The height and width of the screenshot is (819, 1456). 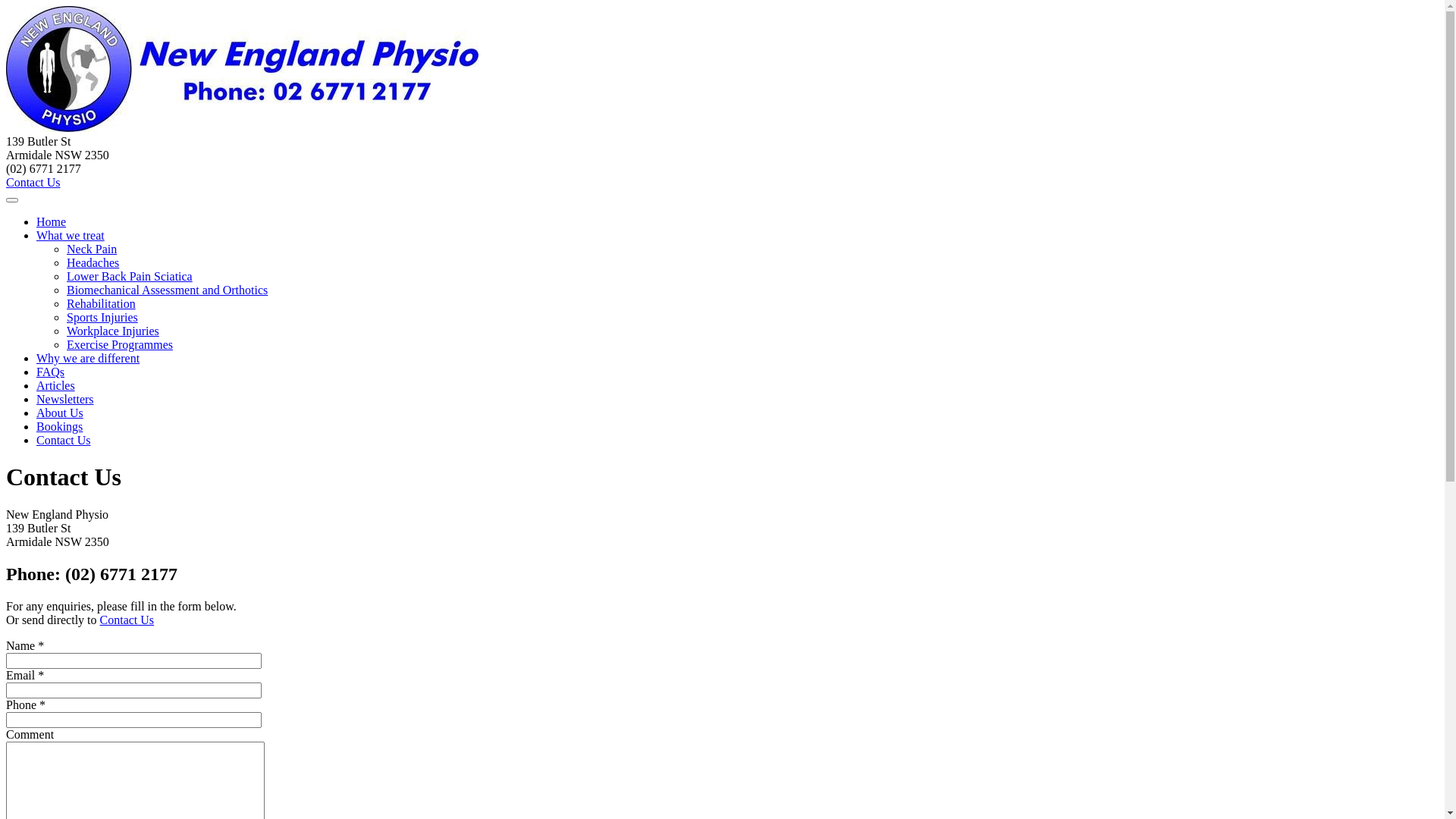 What do you see at coordinates (55, 384) in the screenshot?
I see `'Articles'` at bounding box center [55, 384].